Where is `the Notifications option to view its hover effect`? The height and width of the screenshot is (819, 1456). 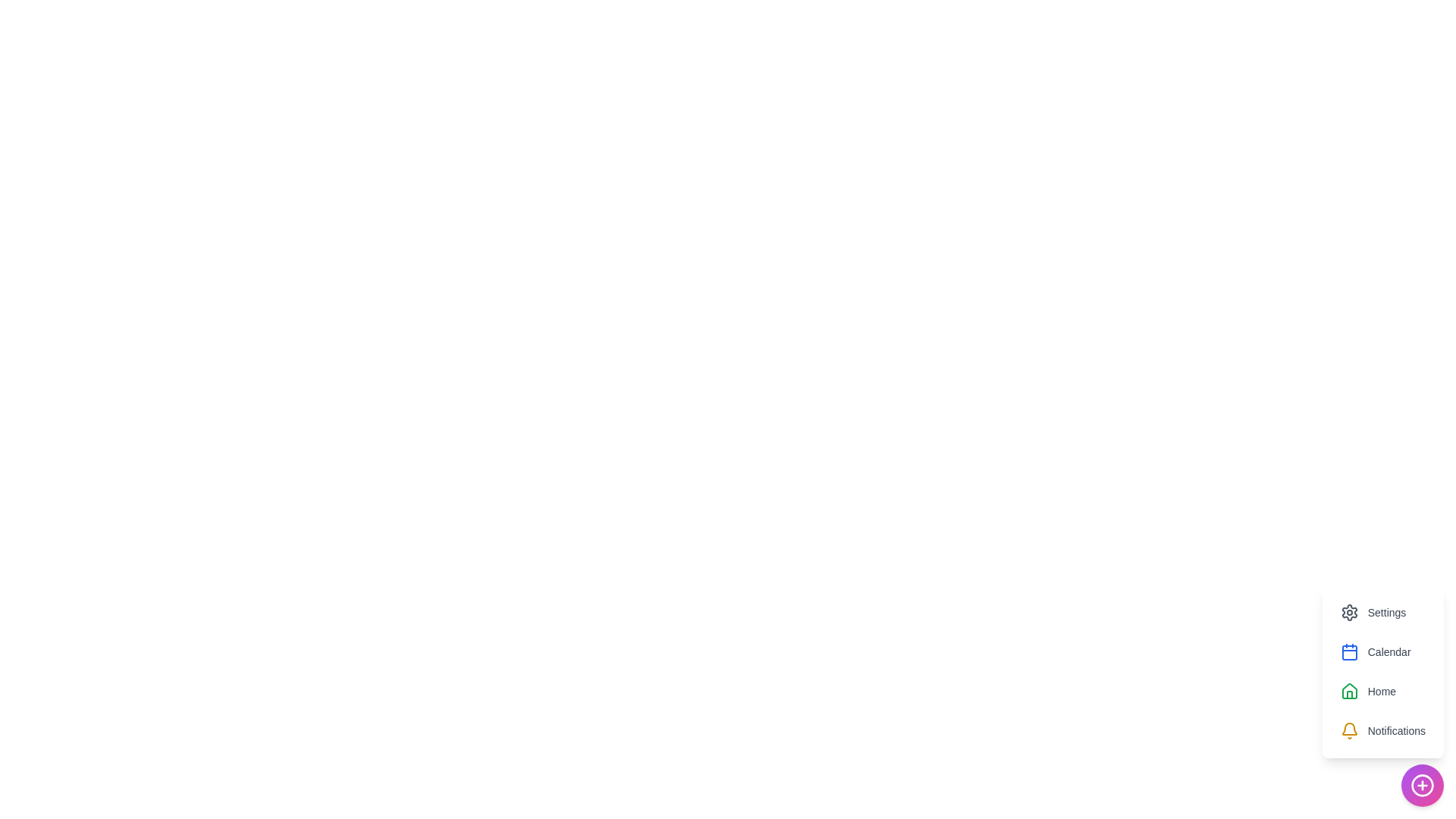 the Notifications option to view its hover effect is located at coordinates (1383, 730).